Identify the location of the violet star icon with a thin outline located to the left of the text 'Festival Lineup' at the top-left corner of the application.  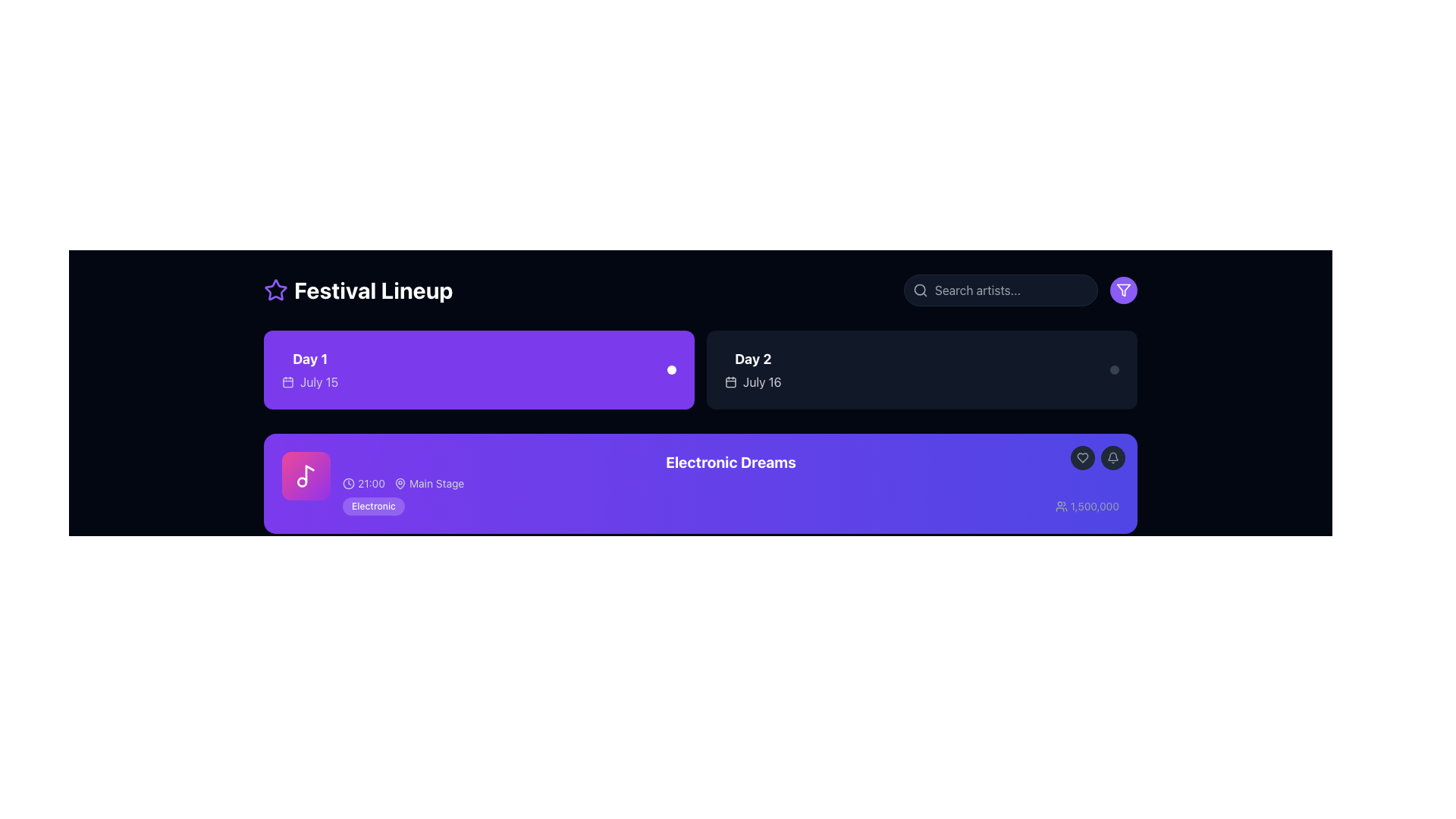
(276, 290).